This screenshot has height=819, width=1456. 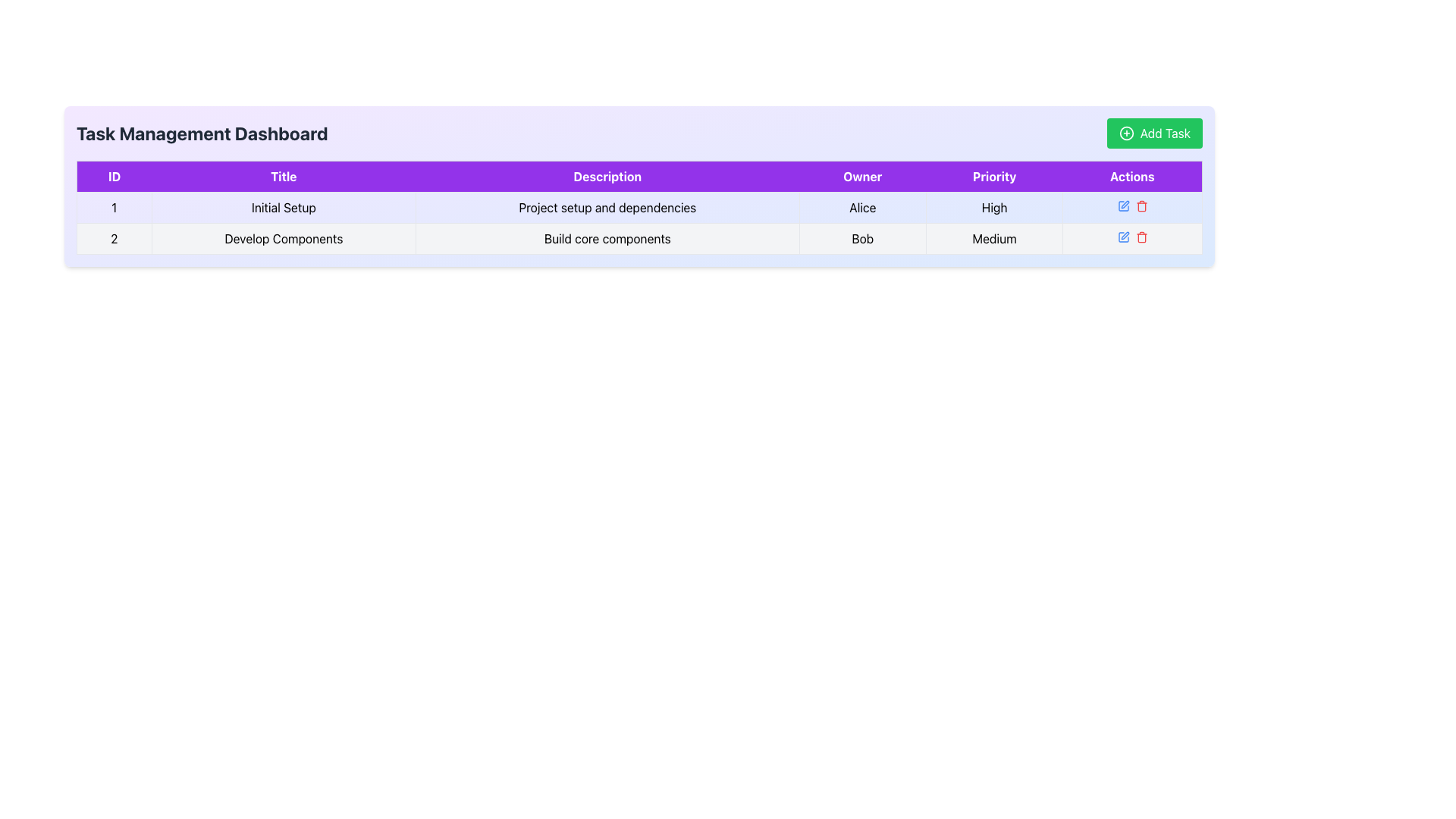 What do you see at coordinates (1123, 237) in the screenshot?
I see `the blue pen icon button in the 'Actions' column of the second row, which corresponds to the task 'Develop Components'` at bounding box center [1123, 237].